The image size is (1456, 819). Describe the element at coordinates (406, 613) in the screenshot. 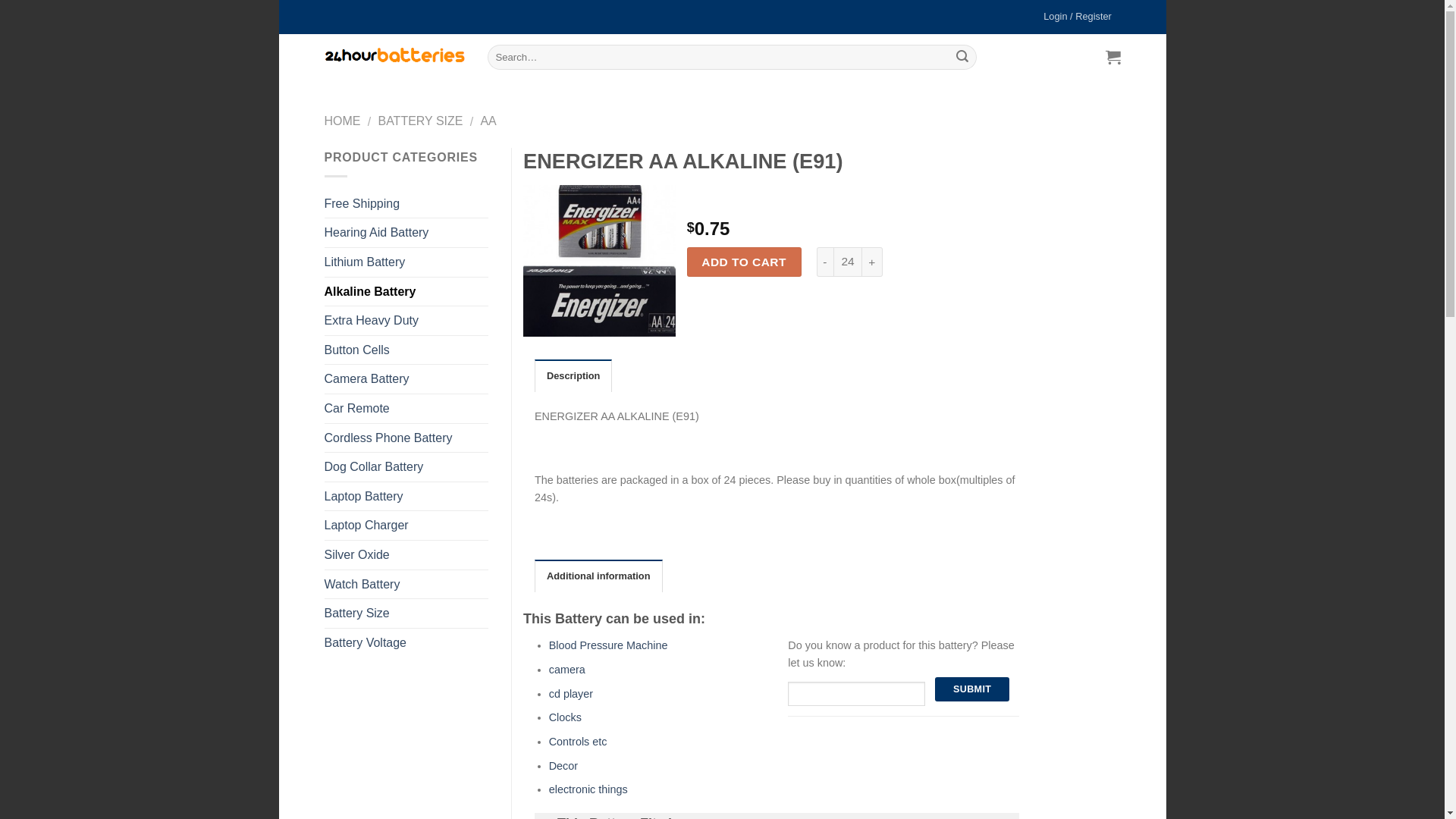

I see `'Battery Size'` at that location.